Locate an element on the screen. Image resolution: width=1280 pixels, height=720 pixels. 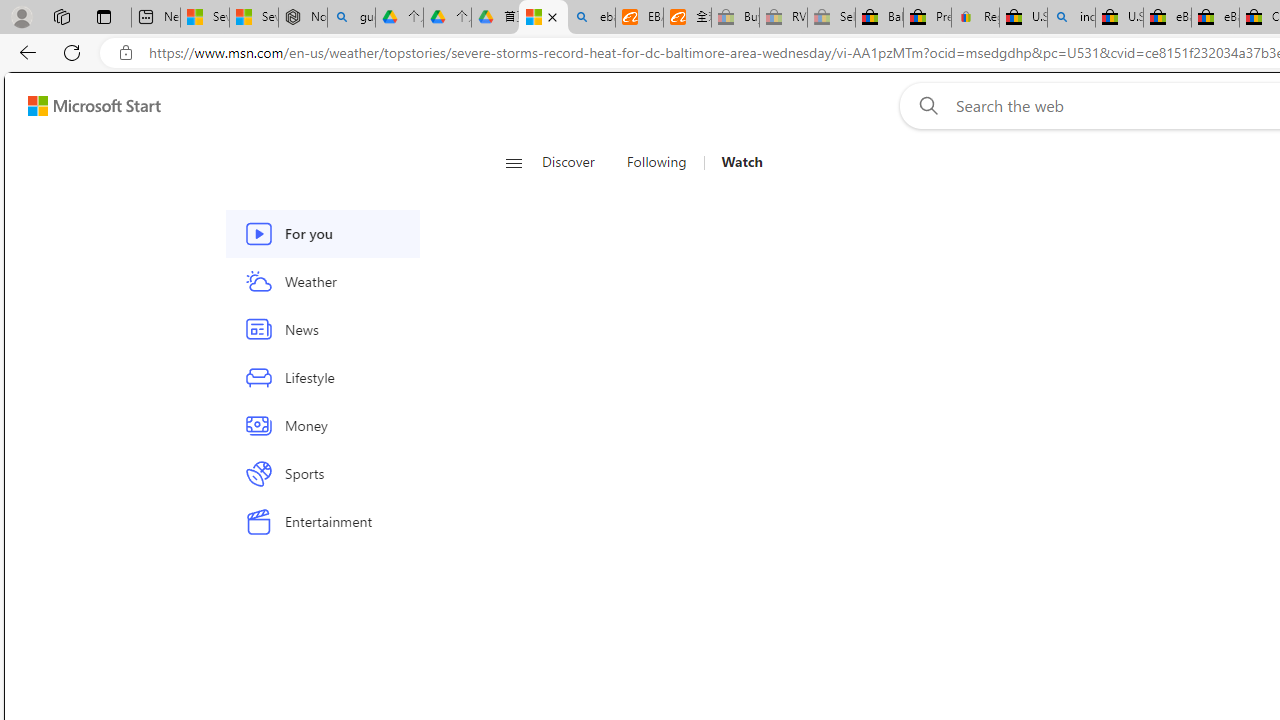
'including - Search' is located at coordinates (1070, 17).